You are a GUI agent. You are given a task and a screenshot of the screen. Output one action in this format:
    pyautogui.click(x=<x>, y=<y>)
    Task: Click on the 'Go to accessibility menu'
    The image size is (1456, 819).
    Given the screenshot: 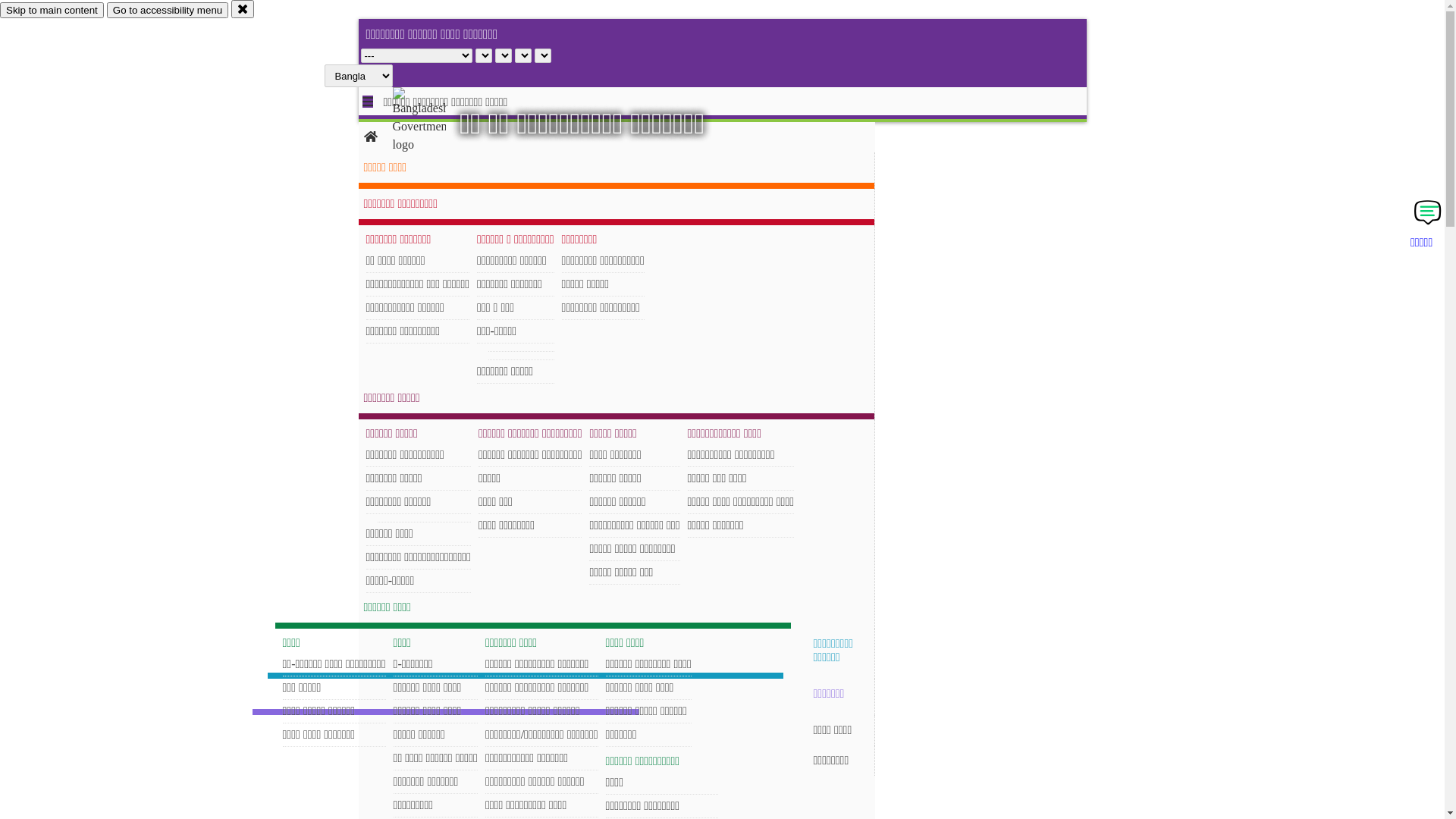 What is the action you would take?
    pyautogui.click(x=167, y=10)
    